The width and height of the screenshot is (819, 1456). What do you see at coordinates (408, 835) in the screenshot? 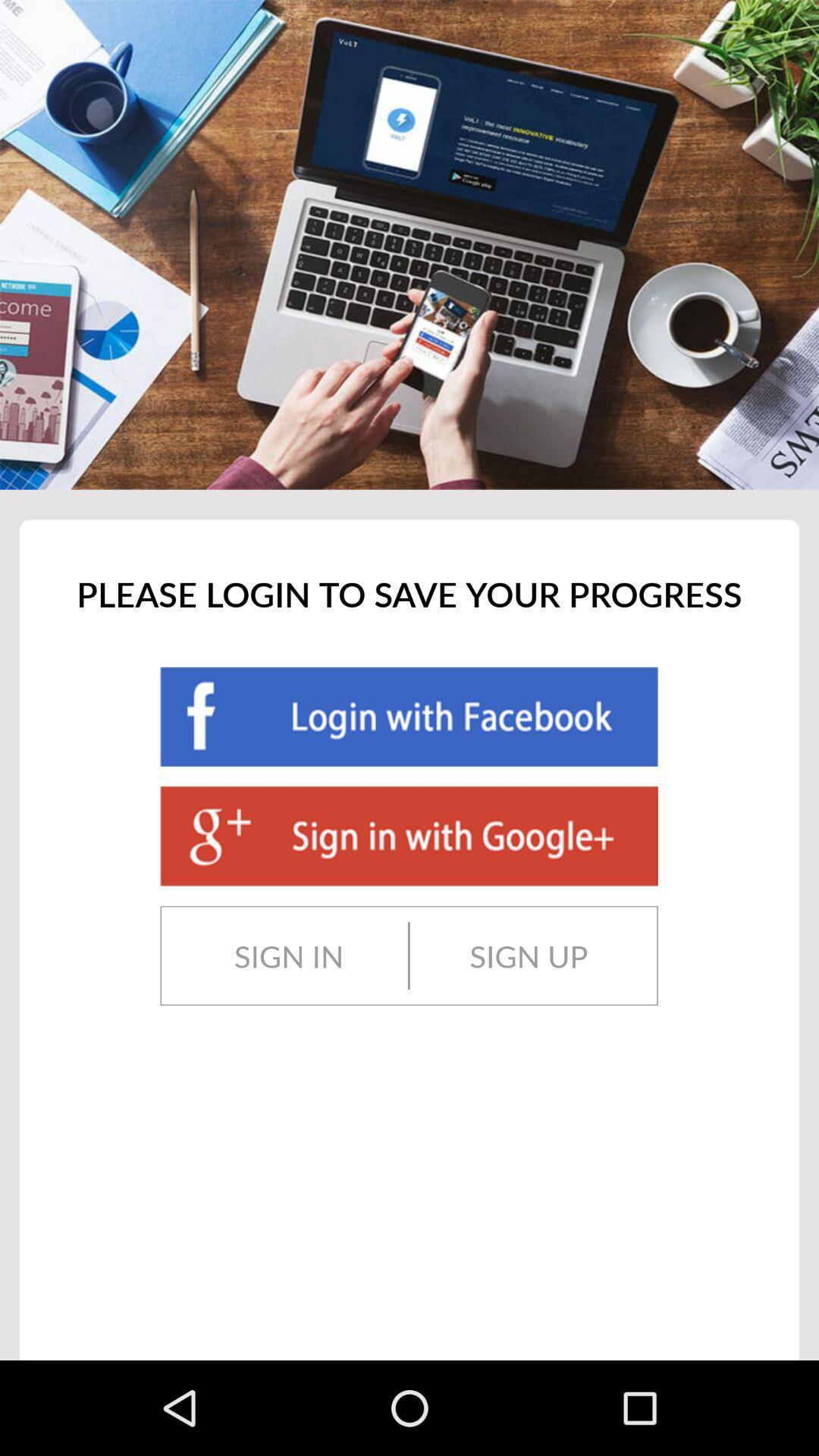
I see `sign into google account` at bounding box center [408, 835].